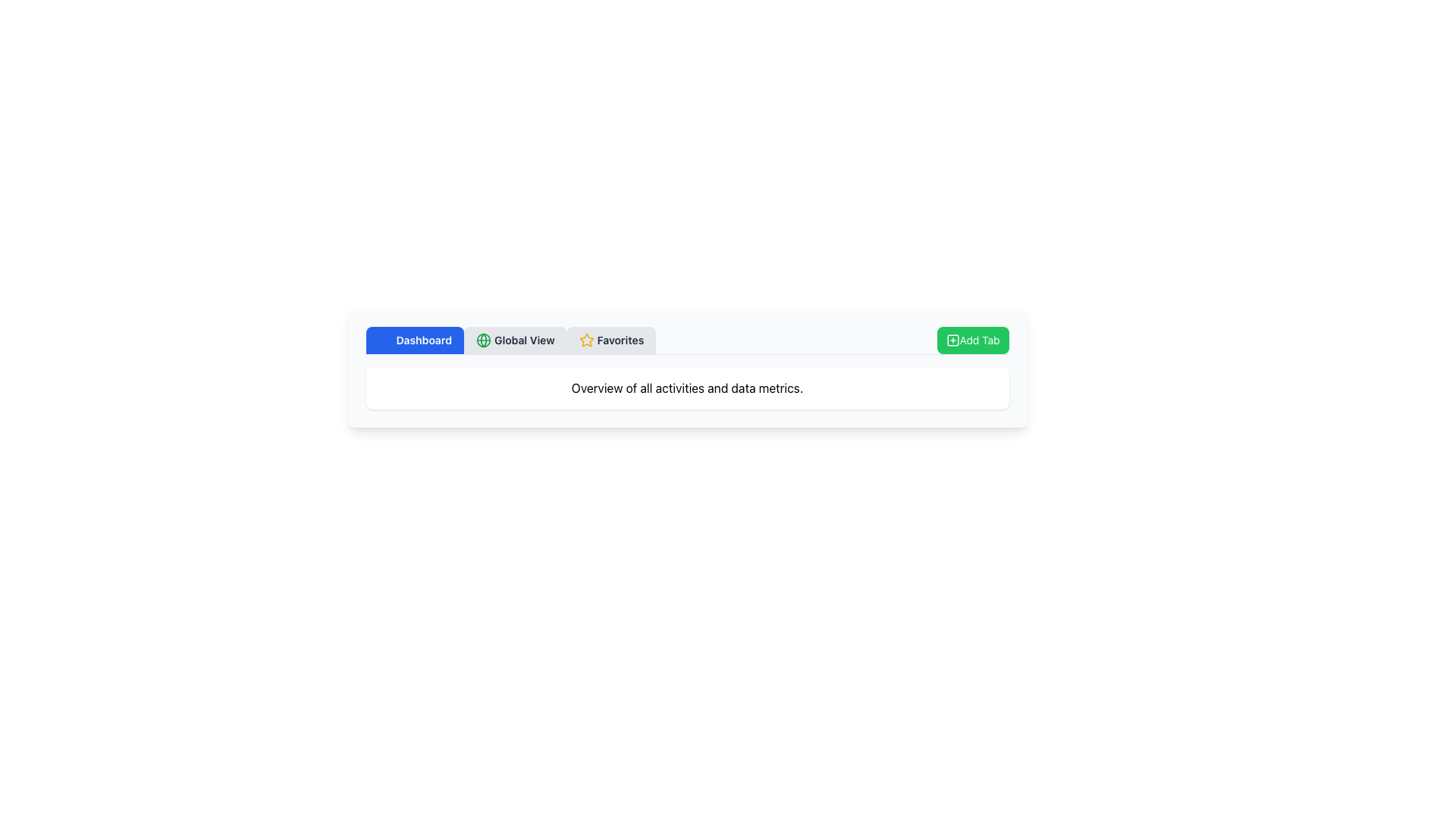 Image resolution: width=1456 pixels, height=819 pixels. Describe the element at coordinates (424, 339) in the screenshot. I see `the 'Dashboard' text label, which is displayed in bold white text on a blue background, located in the upper-left segment of the horizontal navigation bar` at that location.